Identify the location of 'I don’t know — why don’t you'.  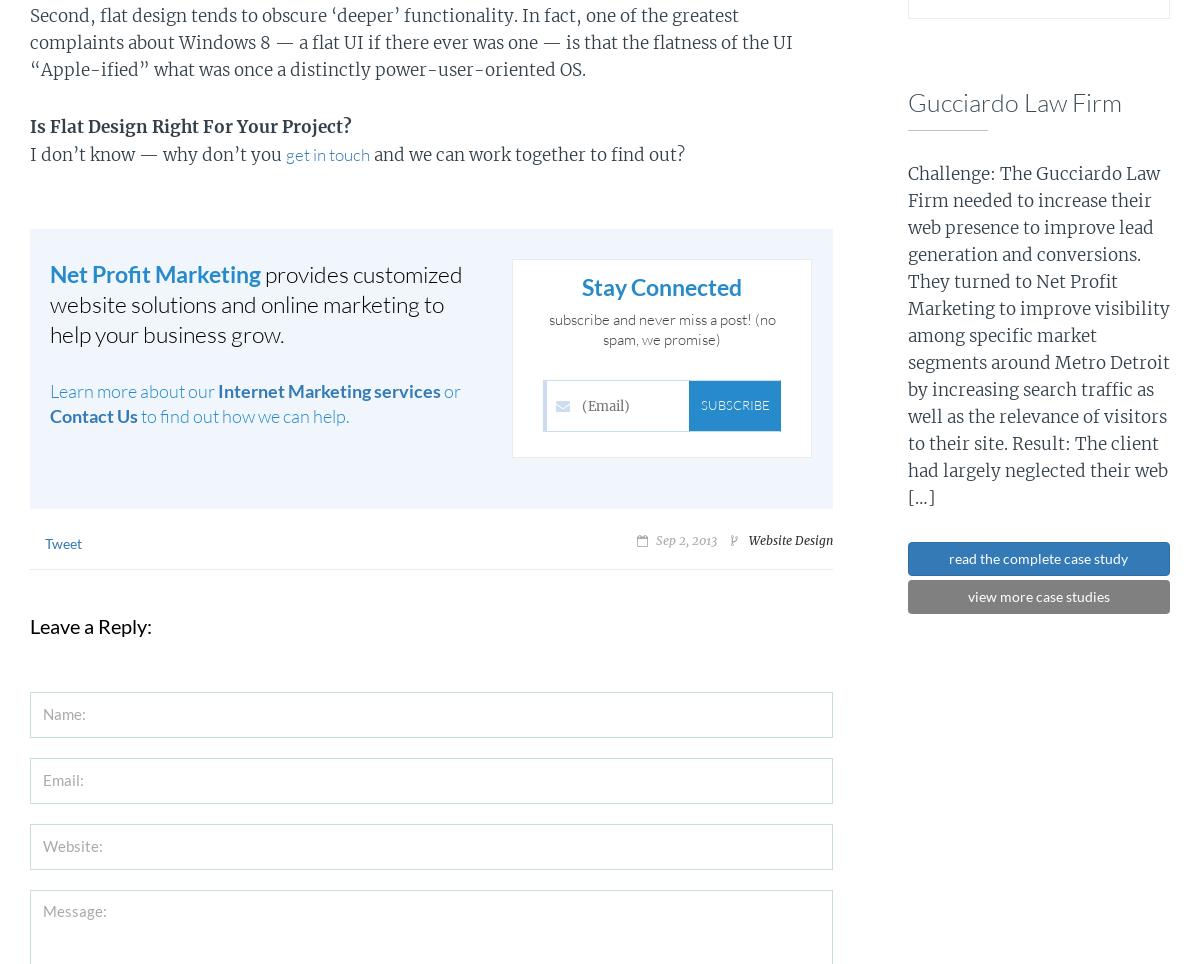
(157, 154).